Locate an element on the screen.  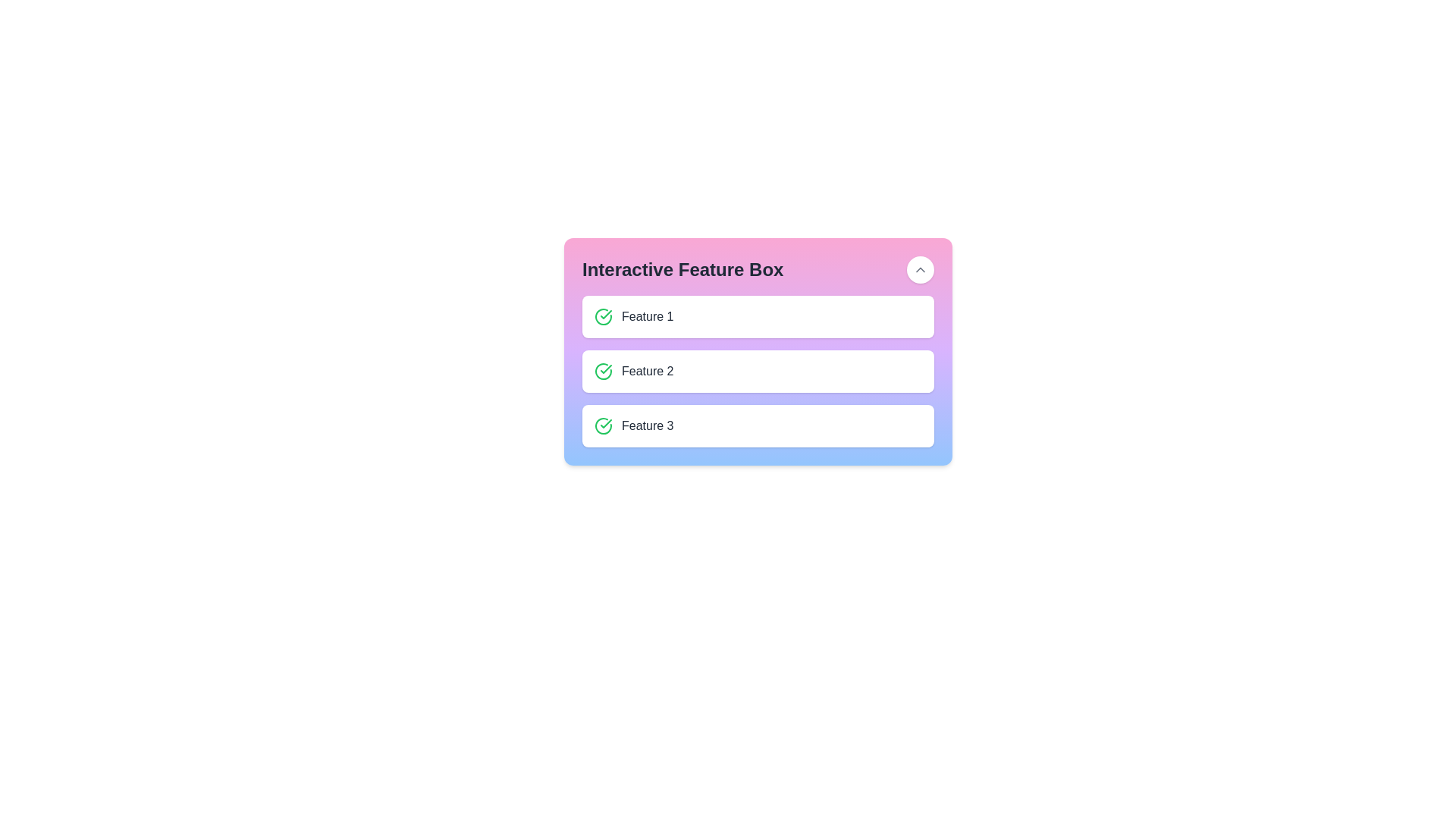
the interactive control button for collapsing or minimizing the content of the 'Interactive Feature Box', located at the top-right corner of the box is located at coordinates (920, 268).